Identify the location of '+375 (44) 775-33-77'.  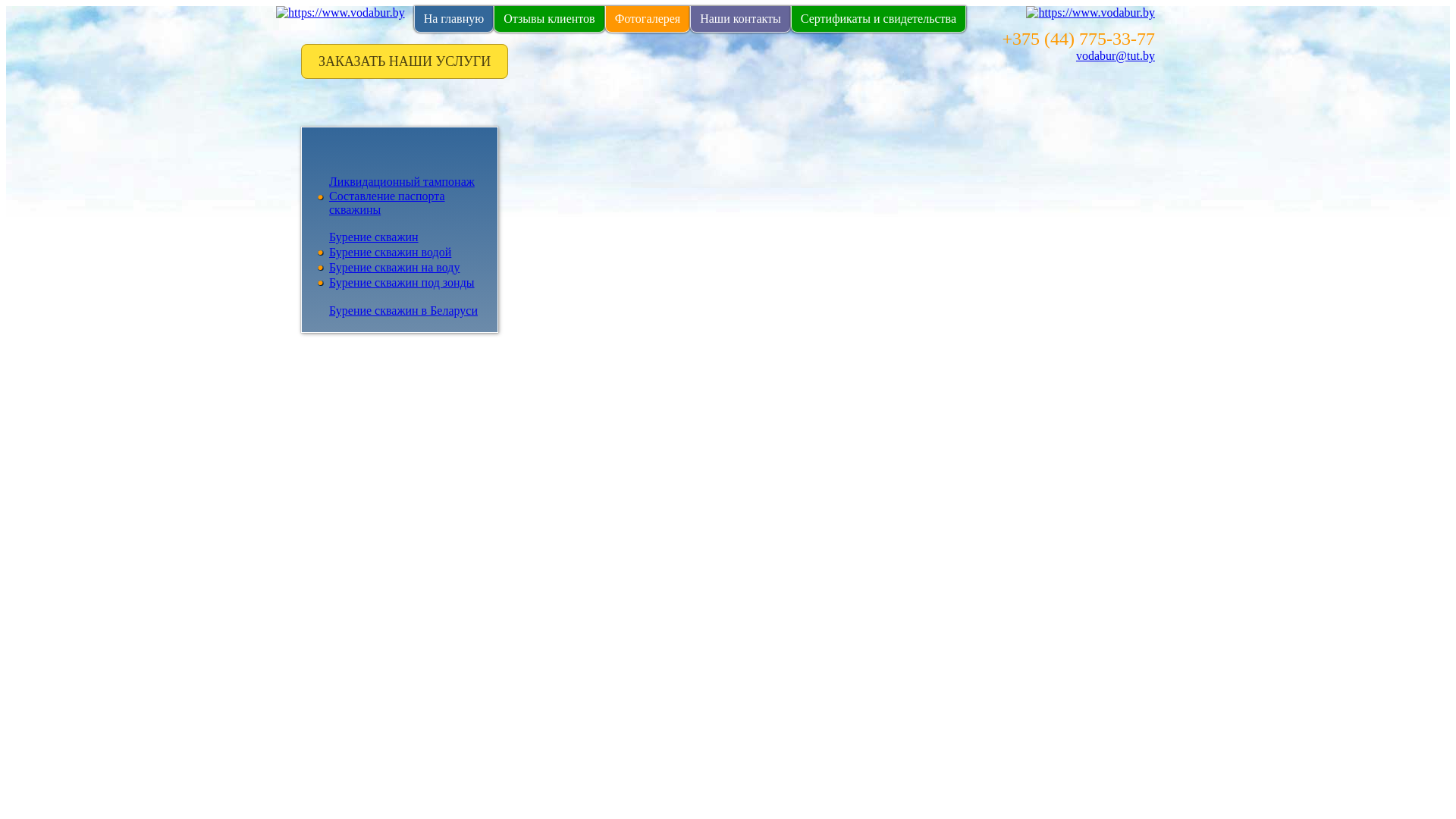
(1001, 37).